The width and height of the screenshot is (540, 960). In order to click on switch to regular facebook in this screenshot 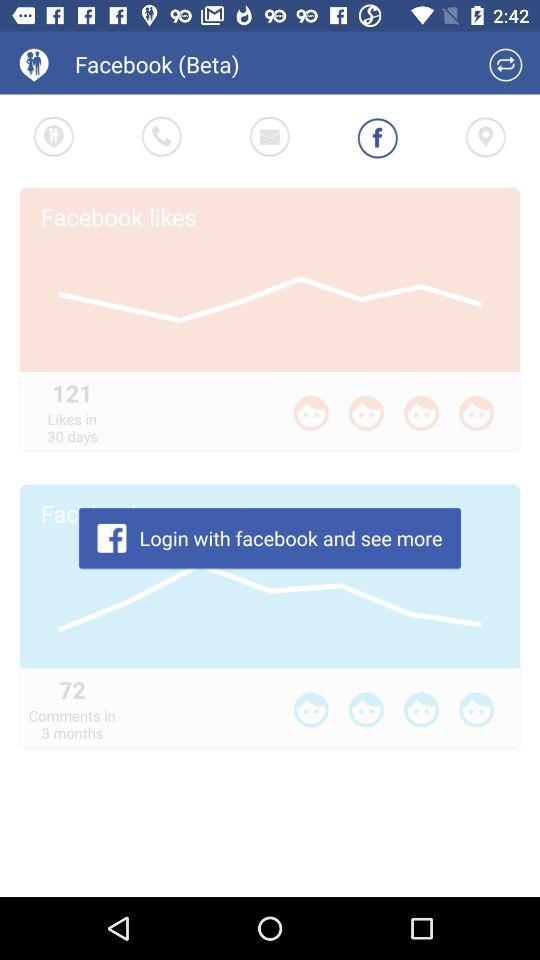, I will do `click(504, 65)`.